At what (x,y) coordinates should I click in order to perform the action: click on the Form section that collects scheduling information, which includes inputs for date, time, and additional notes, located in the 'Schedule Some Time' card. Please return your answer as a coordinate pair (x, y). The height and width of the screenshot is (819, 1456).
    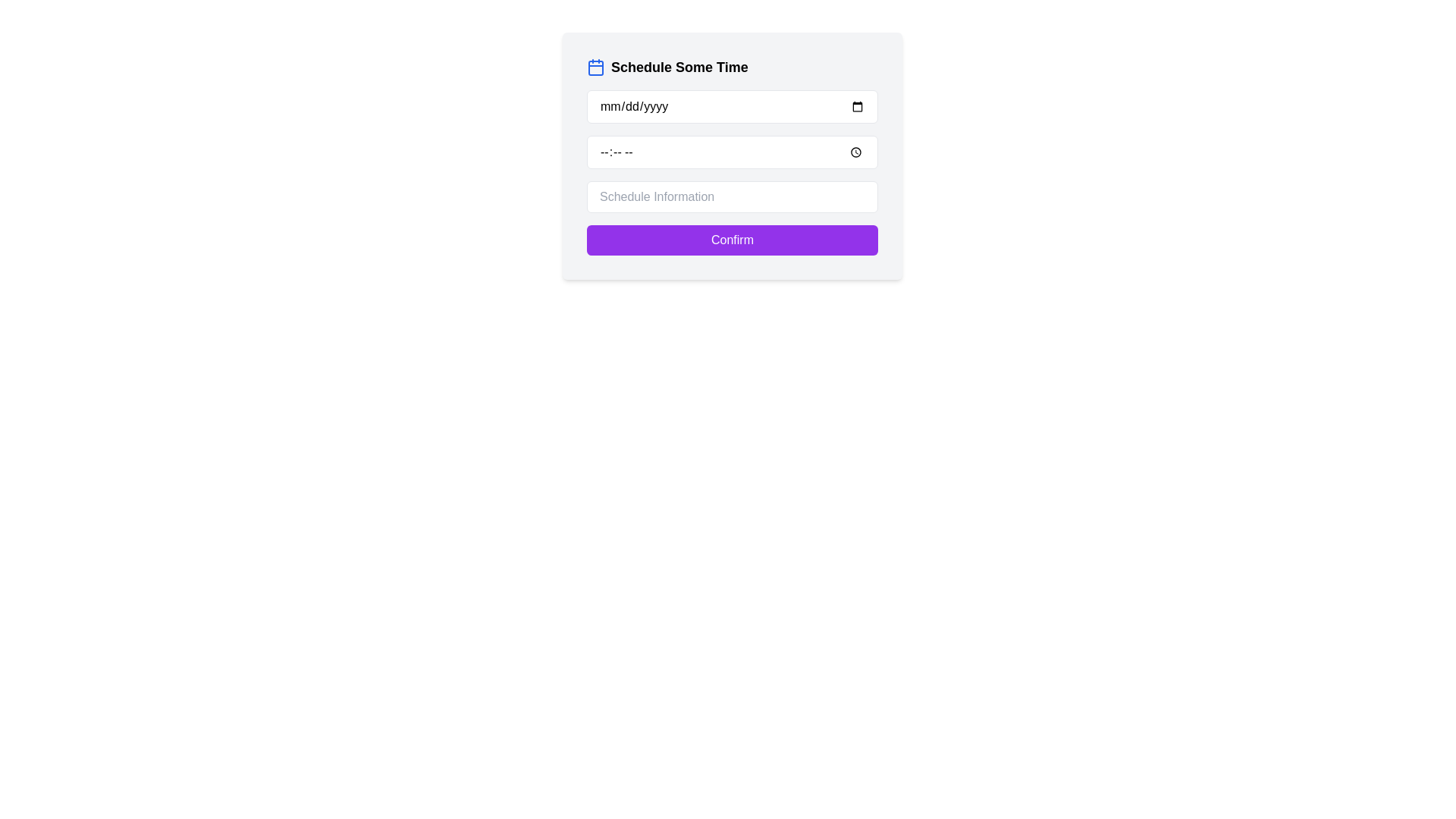
    Looking at the image, I should click on (732, 171).